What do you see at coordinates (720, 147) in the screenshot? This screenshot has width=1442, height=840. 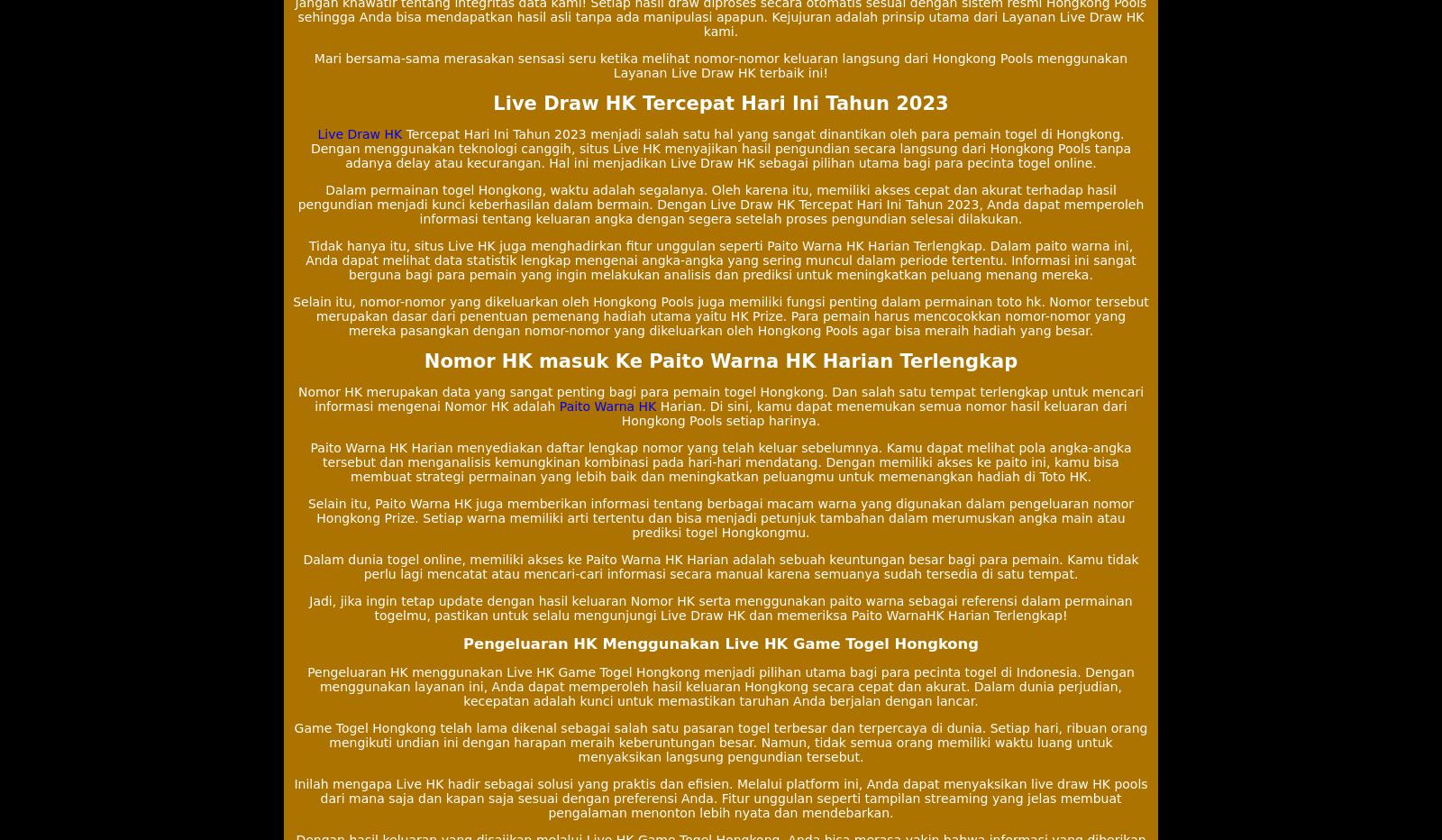 I see `'Tercepat Hari Ini Tahun 2023 menjadi salah satu hal yang sangat dinantikan oleh para pemain togel di Hongkong. Dengan menggunakan teknologi canggih, situs Live HK menyajikan hasil pengundian secara langsung dari Hongkong Pools tanpa adanya delay atau kecurangan. Hal ini menjadikan Live Draw HK sebagai pilihan utama bagi para pecinta togel online.'` at bounding box center [720, 147].